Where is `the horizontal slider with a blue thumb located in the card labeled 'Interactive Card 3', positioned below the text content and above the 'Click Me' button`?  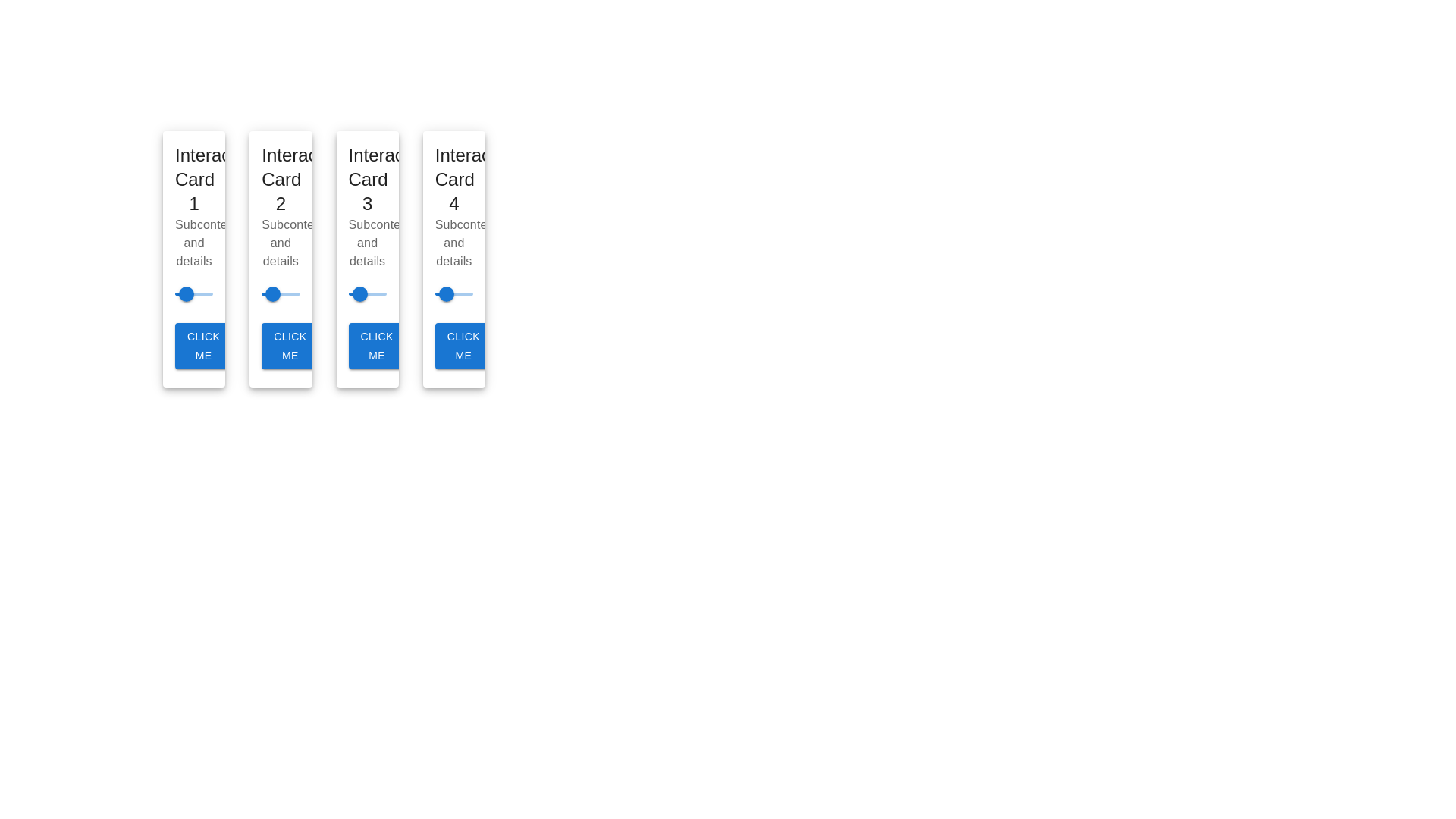 the horizontal slider with a blue thumb located in the card labeled 'Interactive Card 3', positioned below the text content and above the 'Click Me' button is located at coordinates (367, 259).